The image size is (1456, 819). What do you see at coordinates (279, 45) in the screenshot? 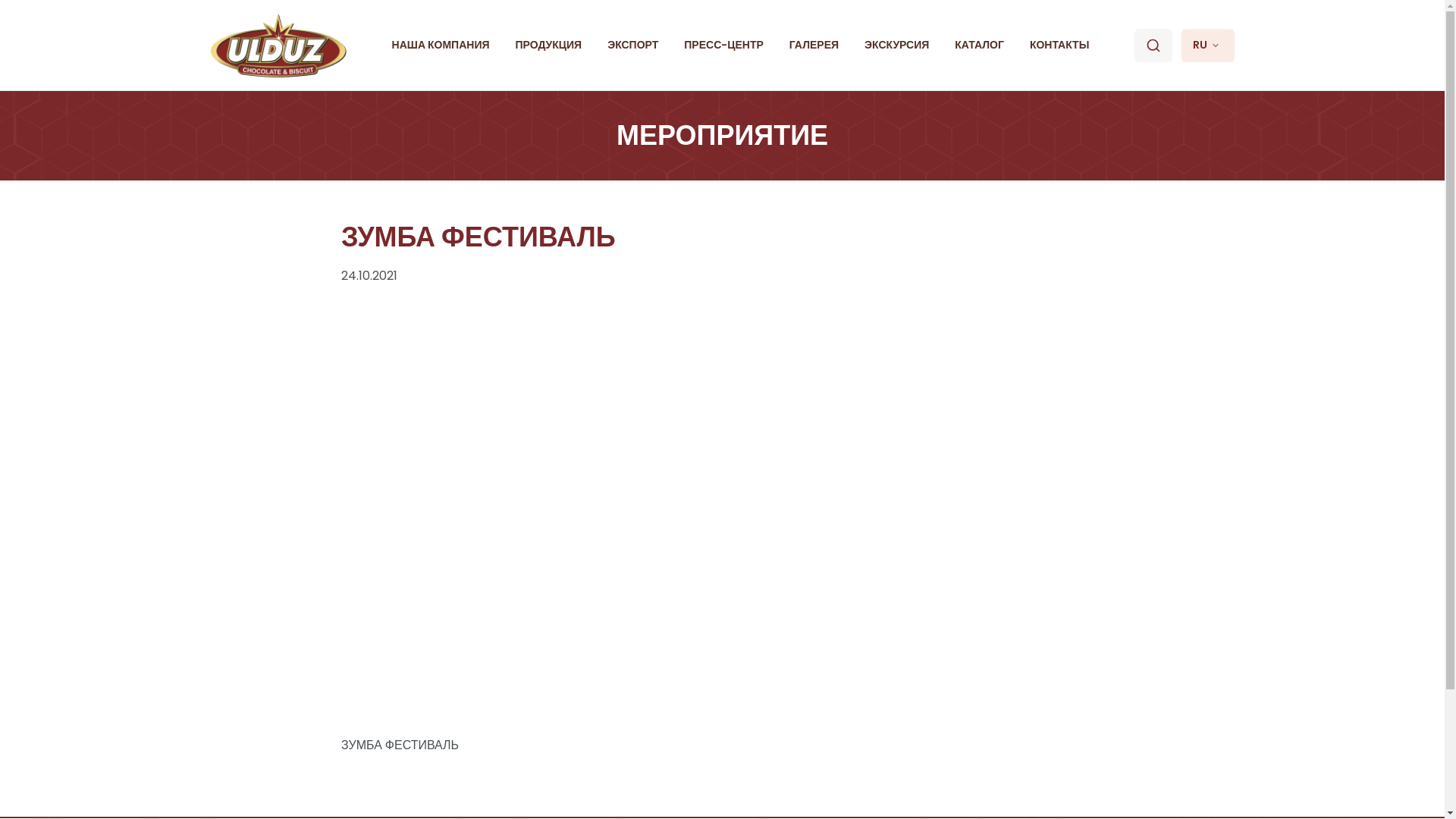
I see `'Ulduz'` at bounding box center [279, 45].